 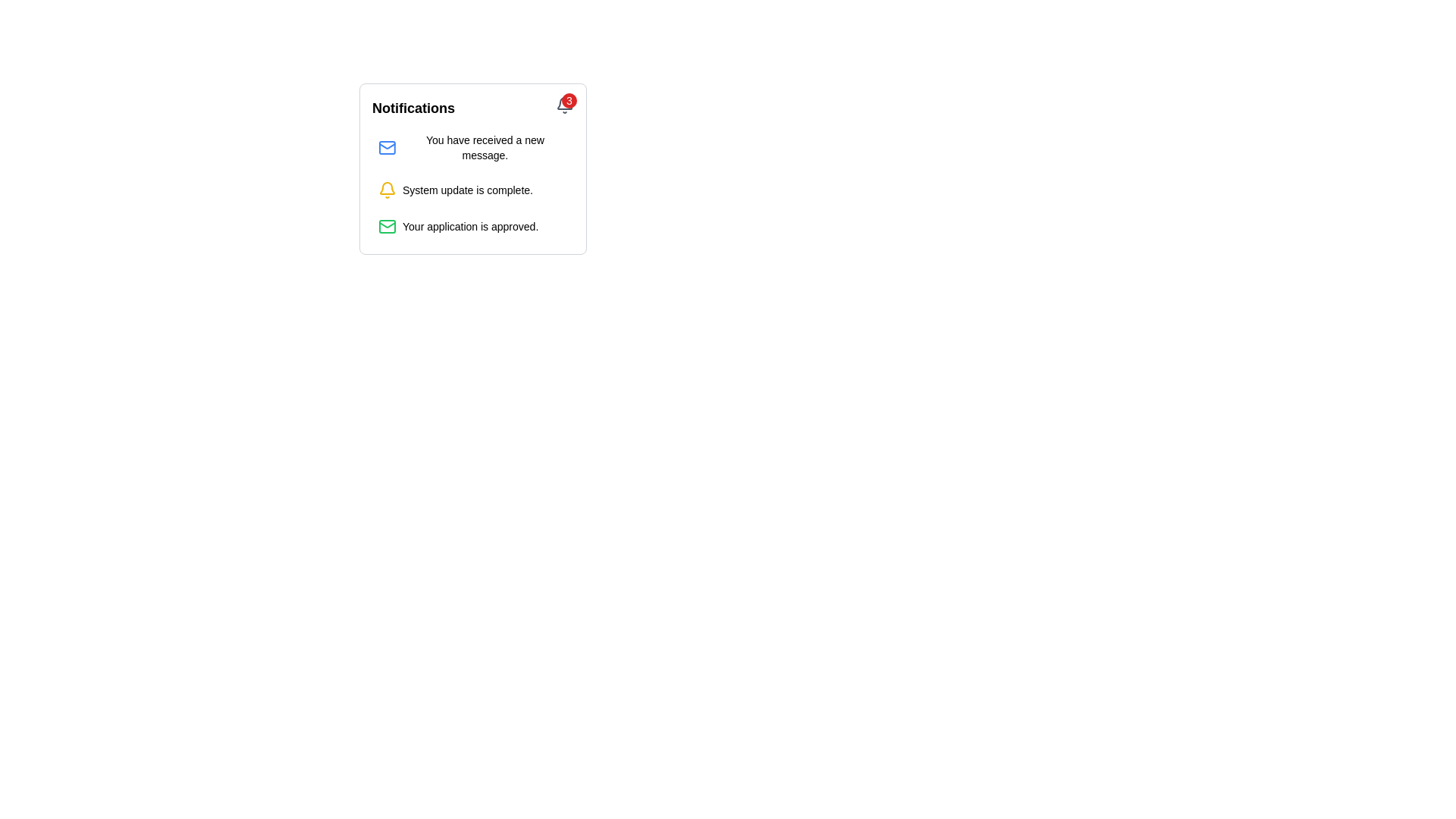 What do you see at coordinates (472, 189) in the screenshot?
I see `the completed system update notification in the notifications list, which is the second entry between the new message and application approval notifications` at bounding box center [472, 189].